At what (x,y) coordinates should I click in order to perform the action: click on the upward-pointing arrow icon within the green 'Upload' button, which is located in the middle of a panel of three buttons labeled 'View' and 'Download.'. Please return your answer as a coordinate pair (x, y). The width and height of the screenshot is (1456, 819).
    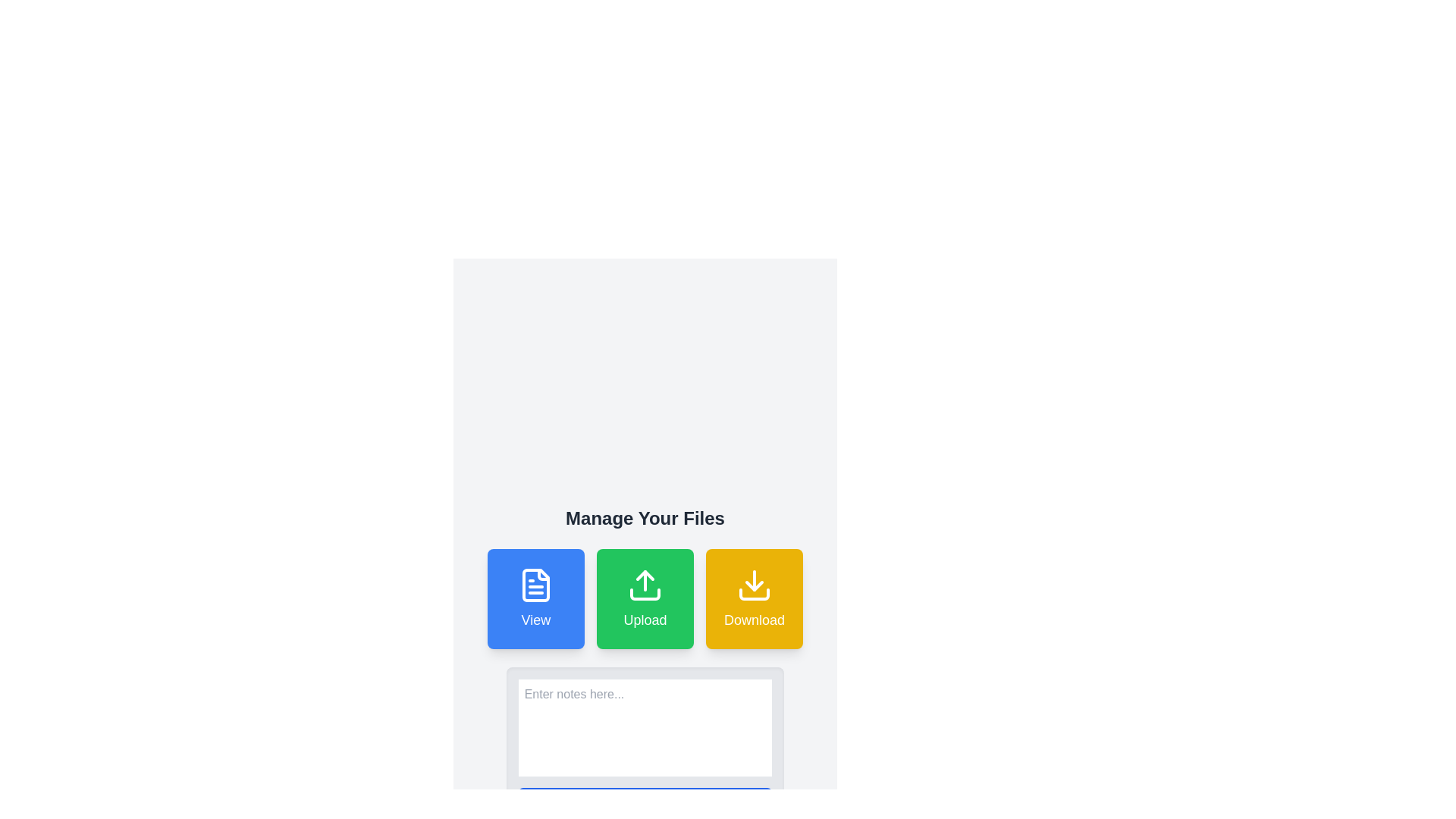
    Looking at the image, I should click on (645, 575).